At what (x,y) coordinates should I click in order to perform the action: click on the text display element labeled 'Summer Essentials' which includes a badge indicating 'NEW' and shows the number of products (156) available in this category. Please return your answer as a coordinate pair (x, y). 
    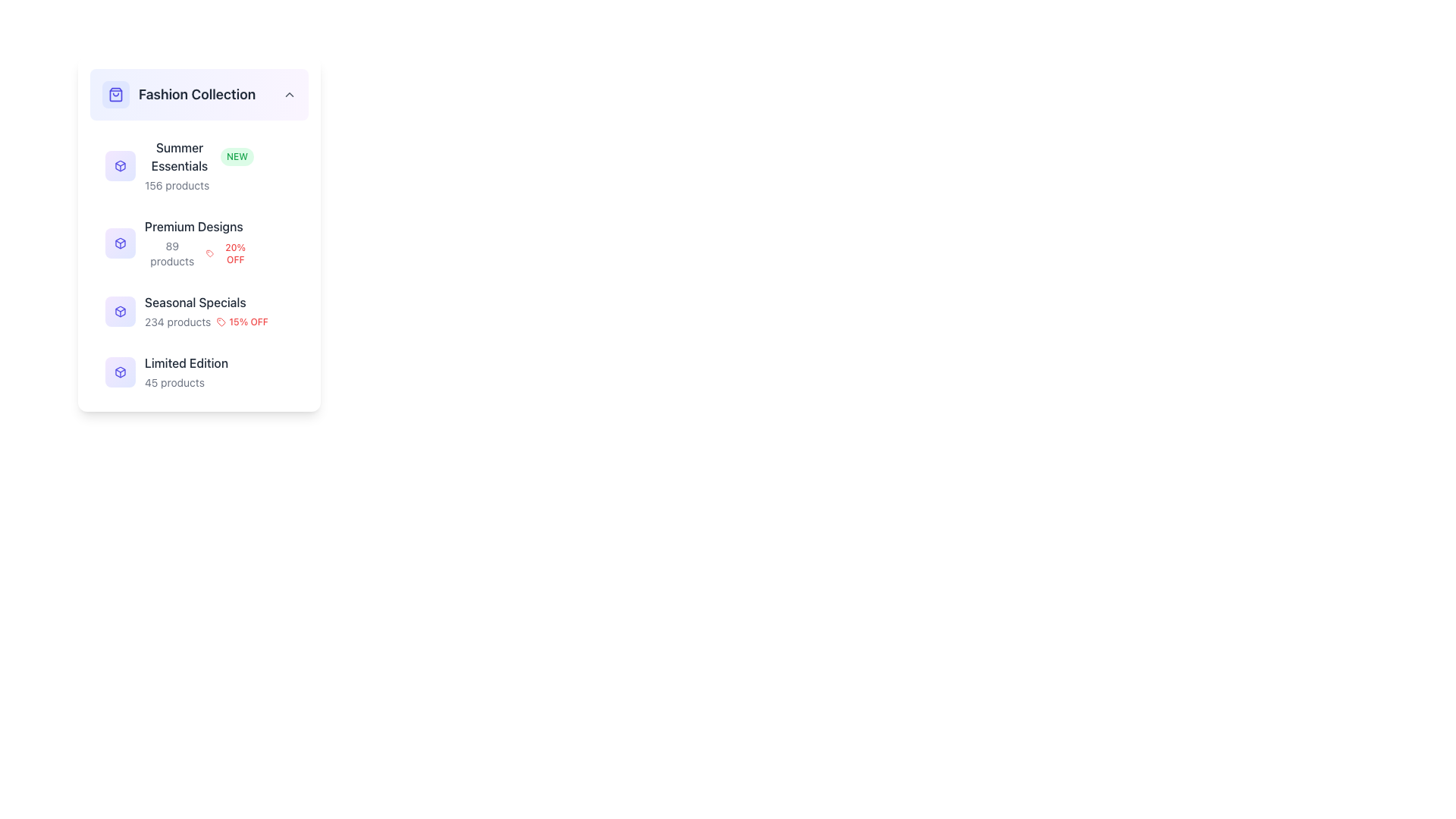
    Looking at the image, I should click on (179, 166).